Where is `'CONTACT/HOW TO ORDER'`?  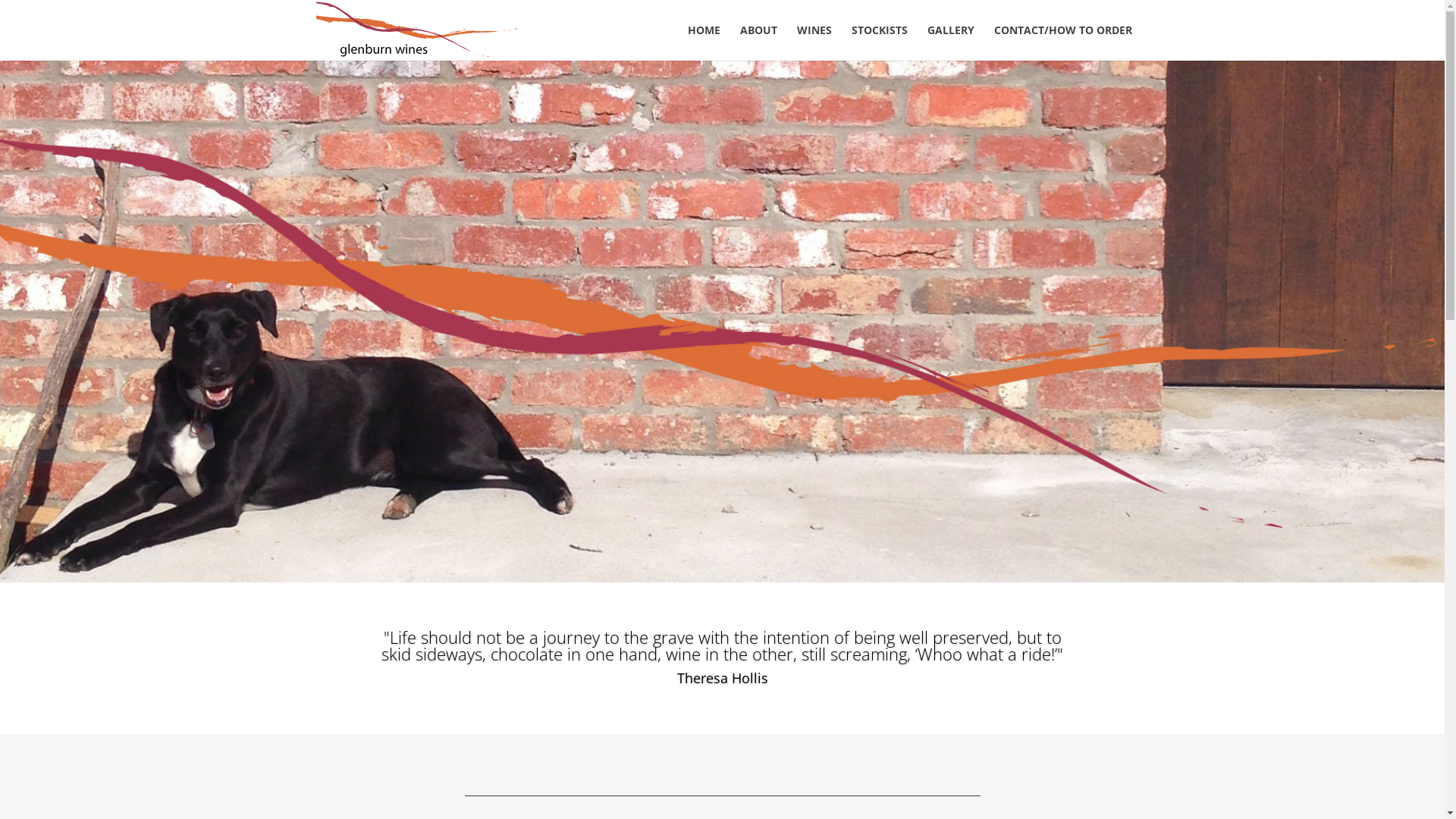
'CONTACT/HOW TO ORDER' is located at coordinates (1062, 42).